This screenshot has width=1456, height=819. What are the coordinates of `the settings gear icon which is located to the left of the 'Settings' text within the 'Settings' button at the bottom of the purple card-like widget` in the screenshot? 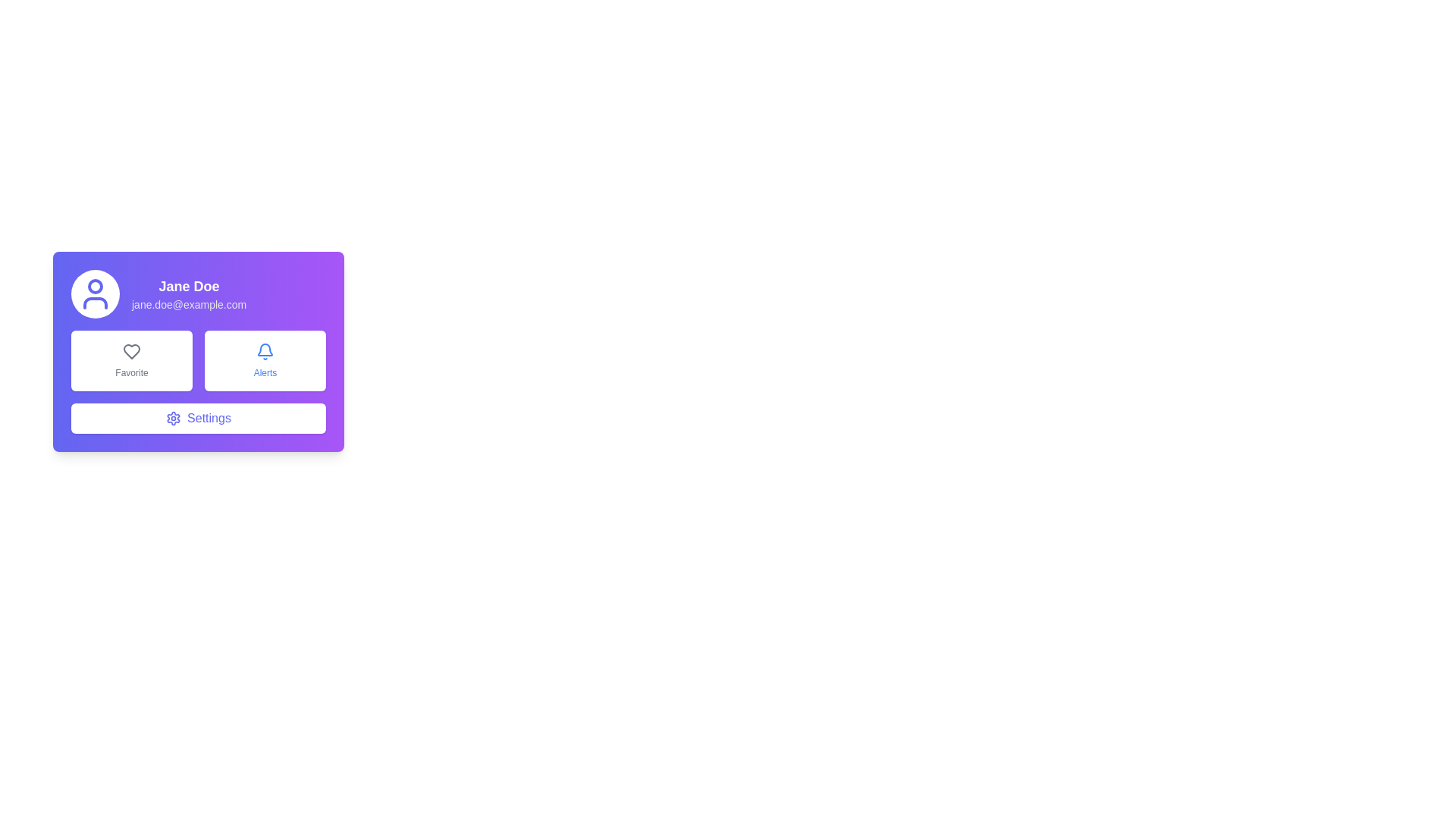 It's located at (174, 418).